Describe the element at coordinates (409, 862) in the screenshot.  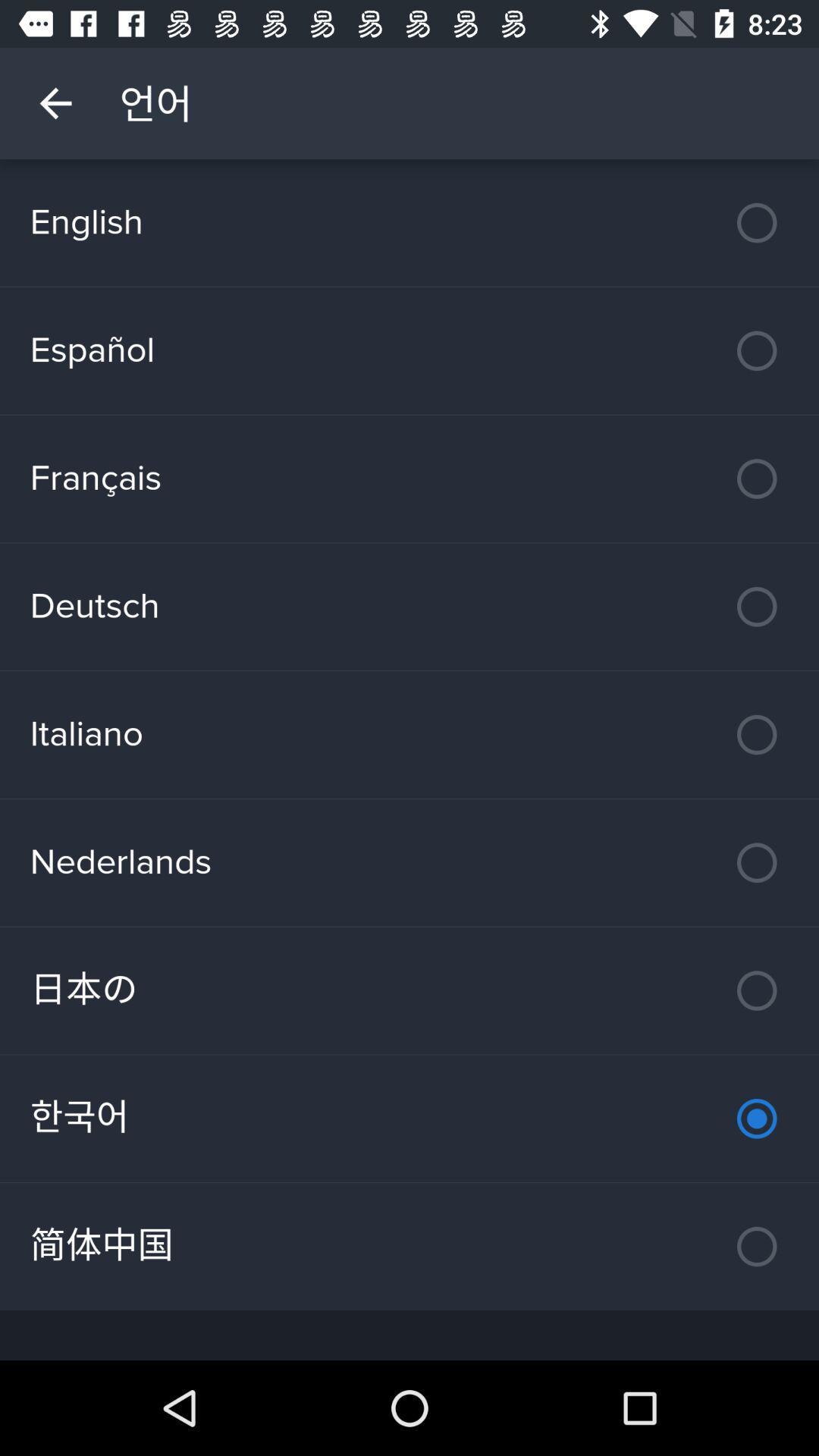
I see `item below the italiano icon` at that location.